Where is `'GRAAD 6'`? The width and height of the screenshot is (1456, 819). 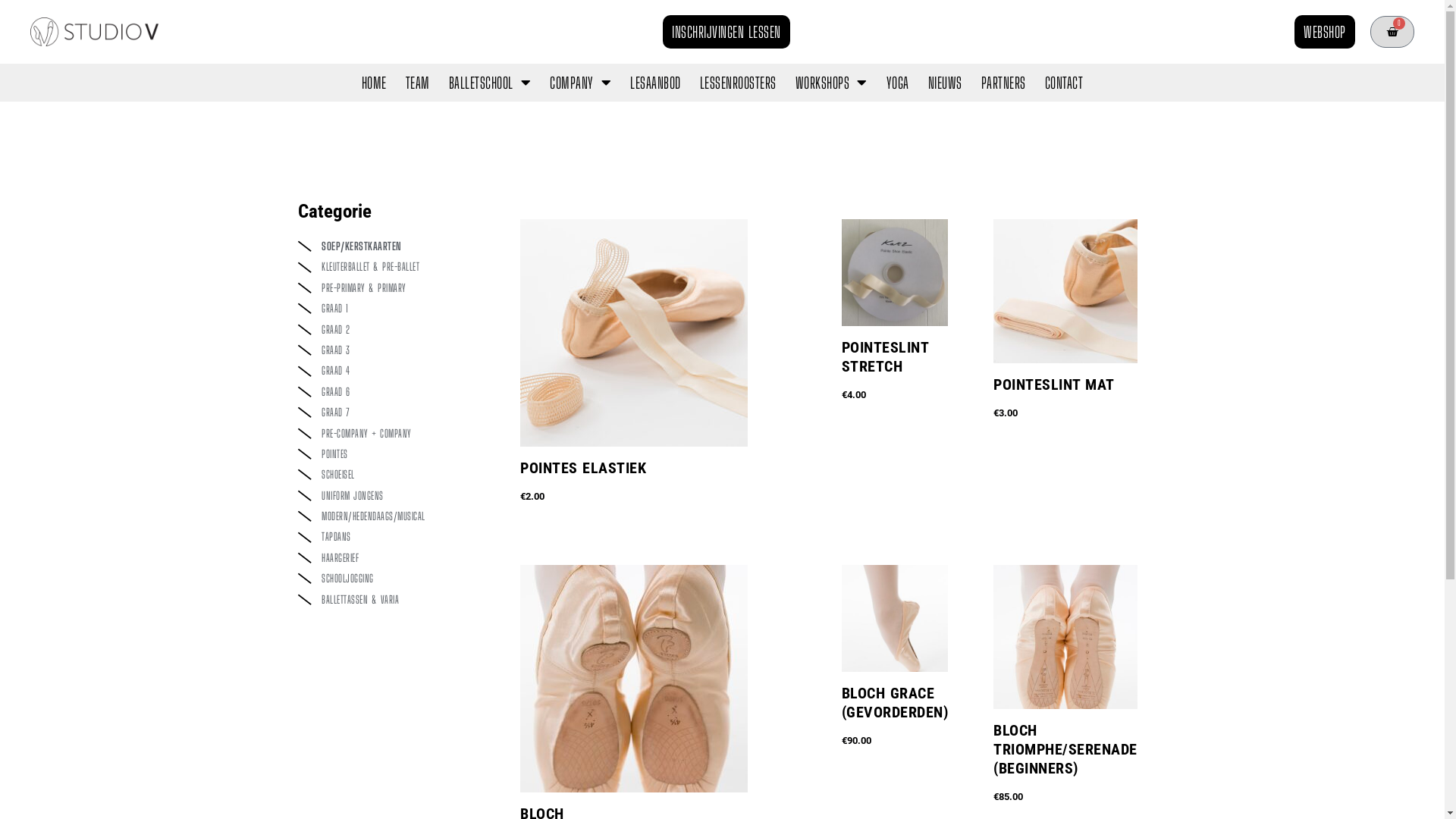
'GRAAD 6' is located at coordinates (393, 391).